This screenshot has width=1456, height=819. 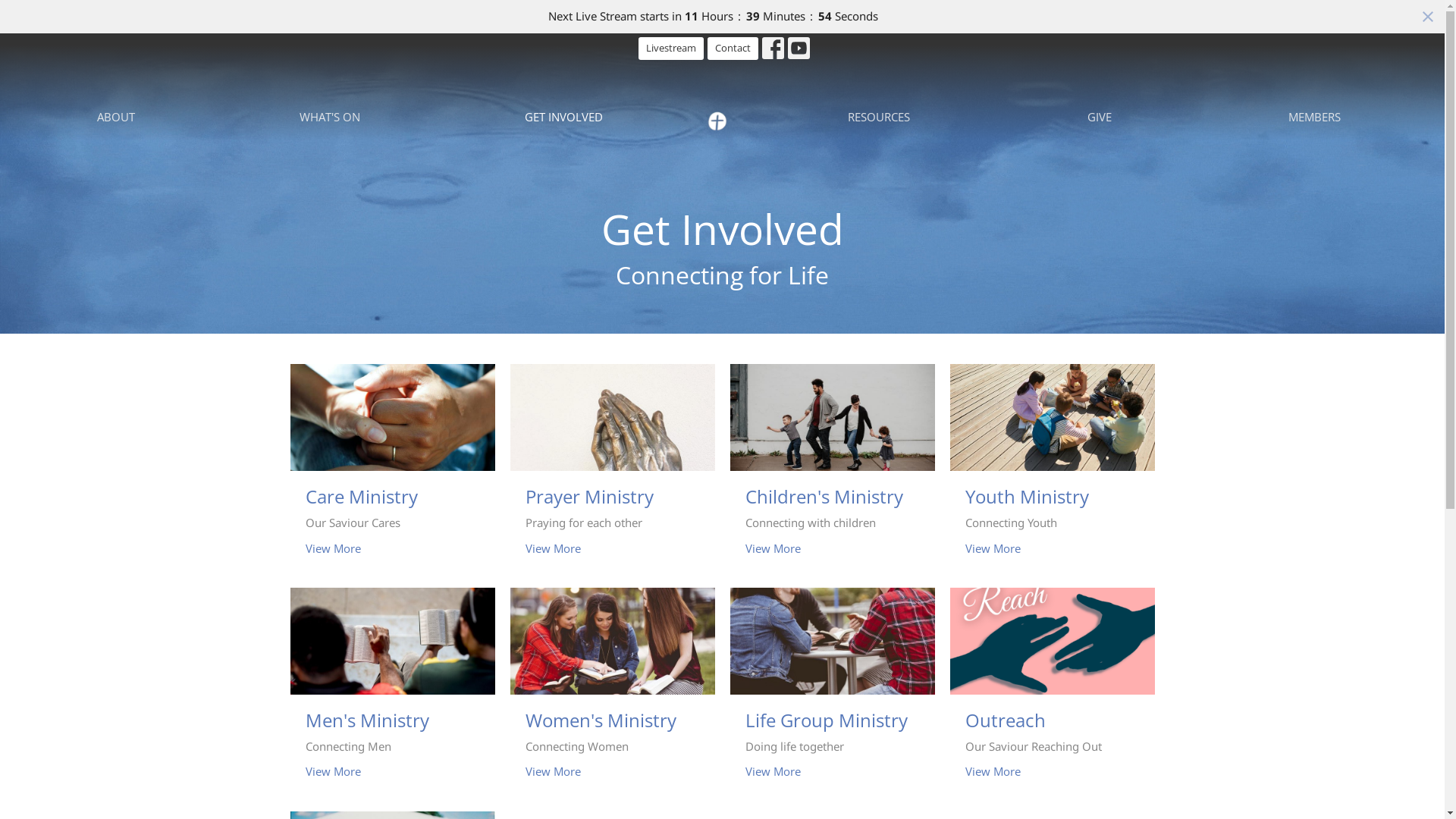 What do you see at coordinates (878, 116) in the screenshot?
I see `'RESOURCES'` at bounding box center [878, 116].